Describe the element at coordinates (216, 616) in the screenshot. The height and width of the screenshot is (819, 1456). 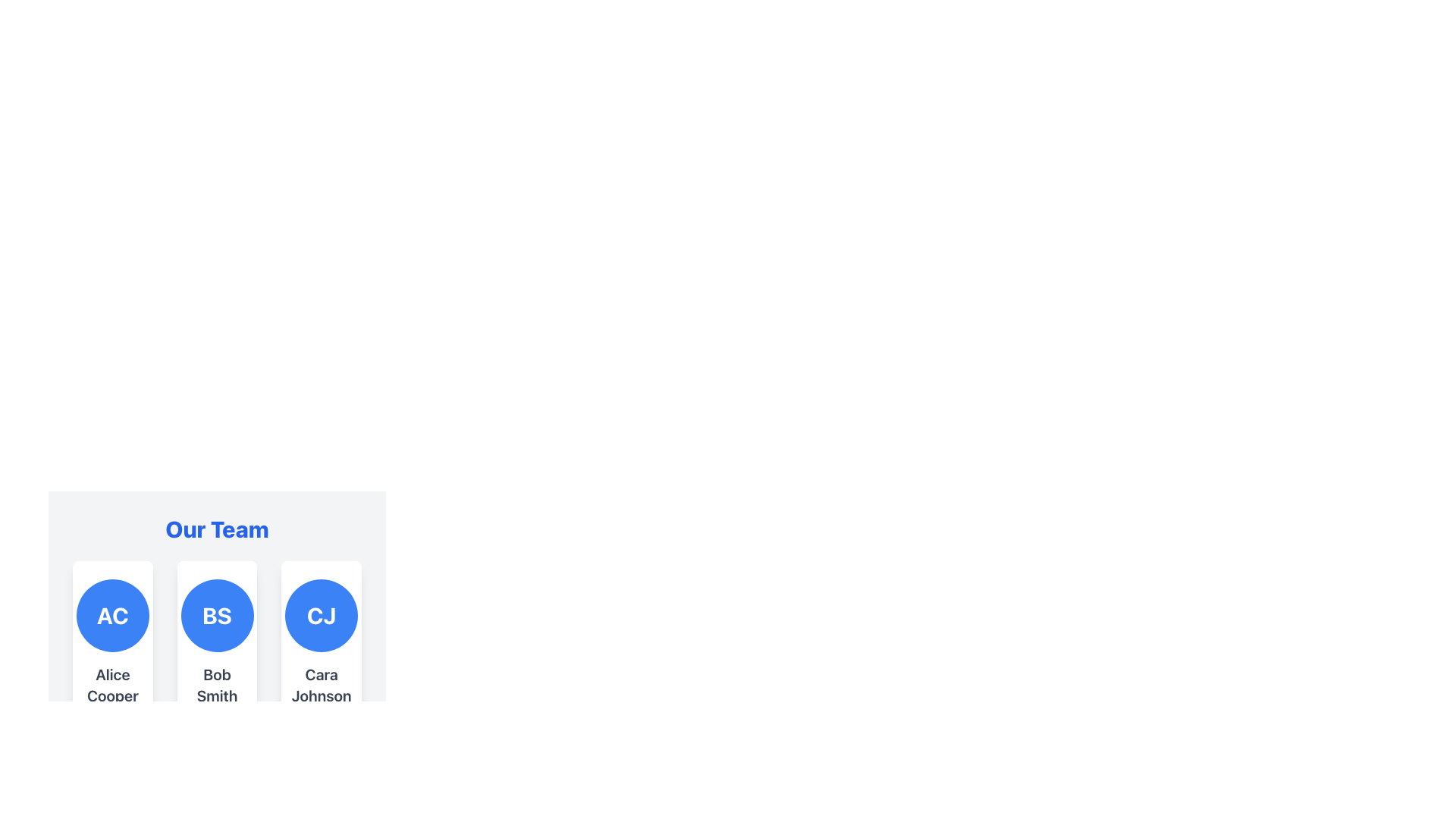
I see `the circular badge with a bright blue background and white text 'BS' centered within it, located above the text 'Bob Smith' in the 'Our Team' section` at that location.